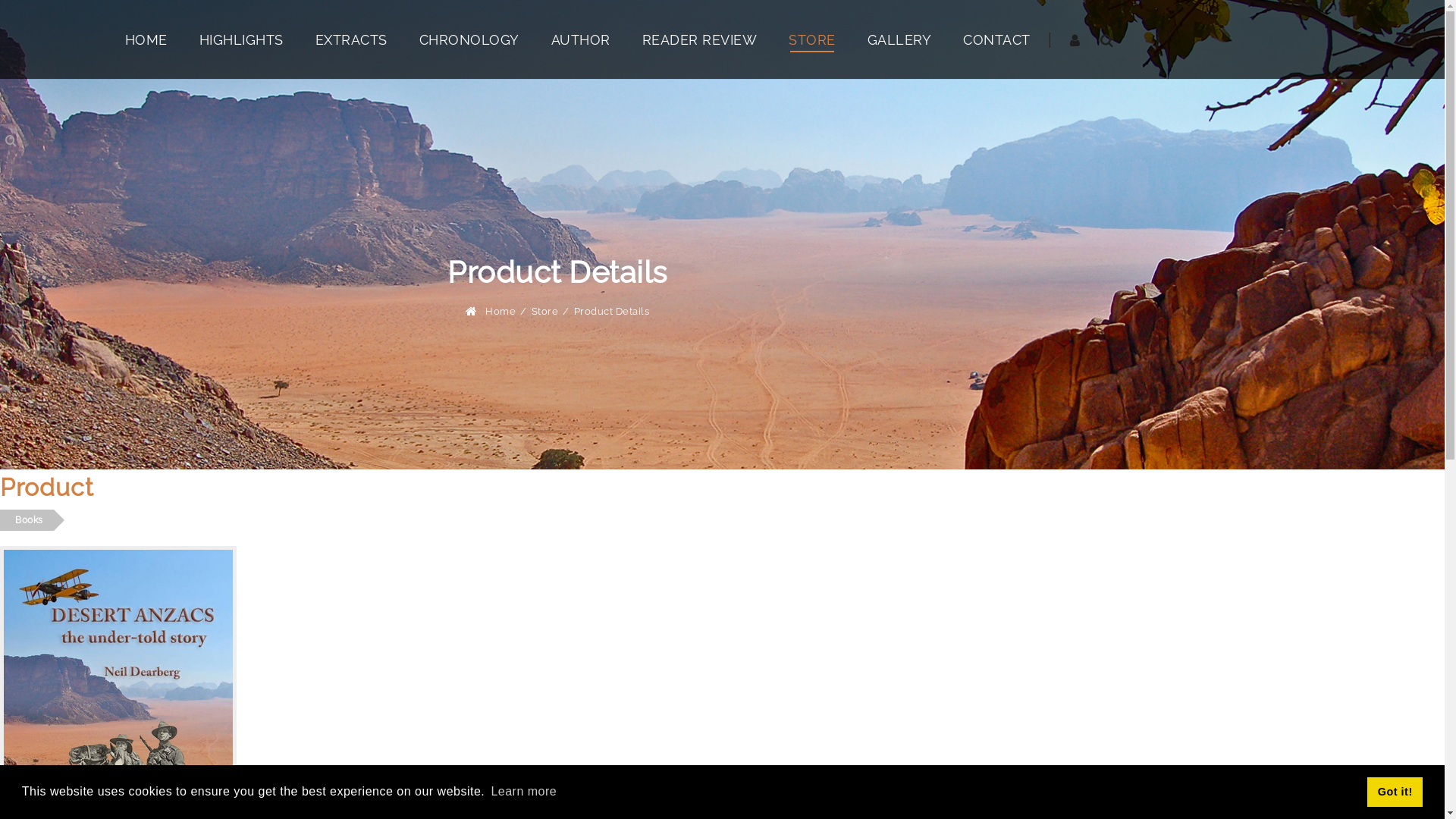  I want to click on 'EXTRACTS', so click(350, 38).